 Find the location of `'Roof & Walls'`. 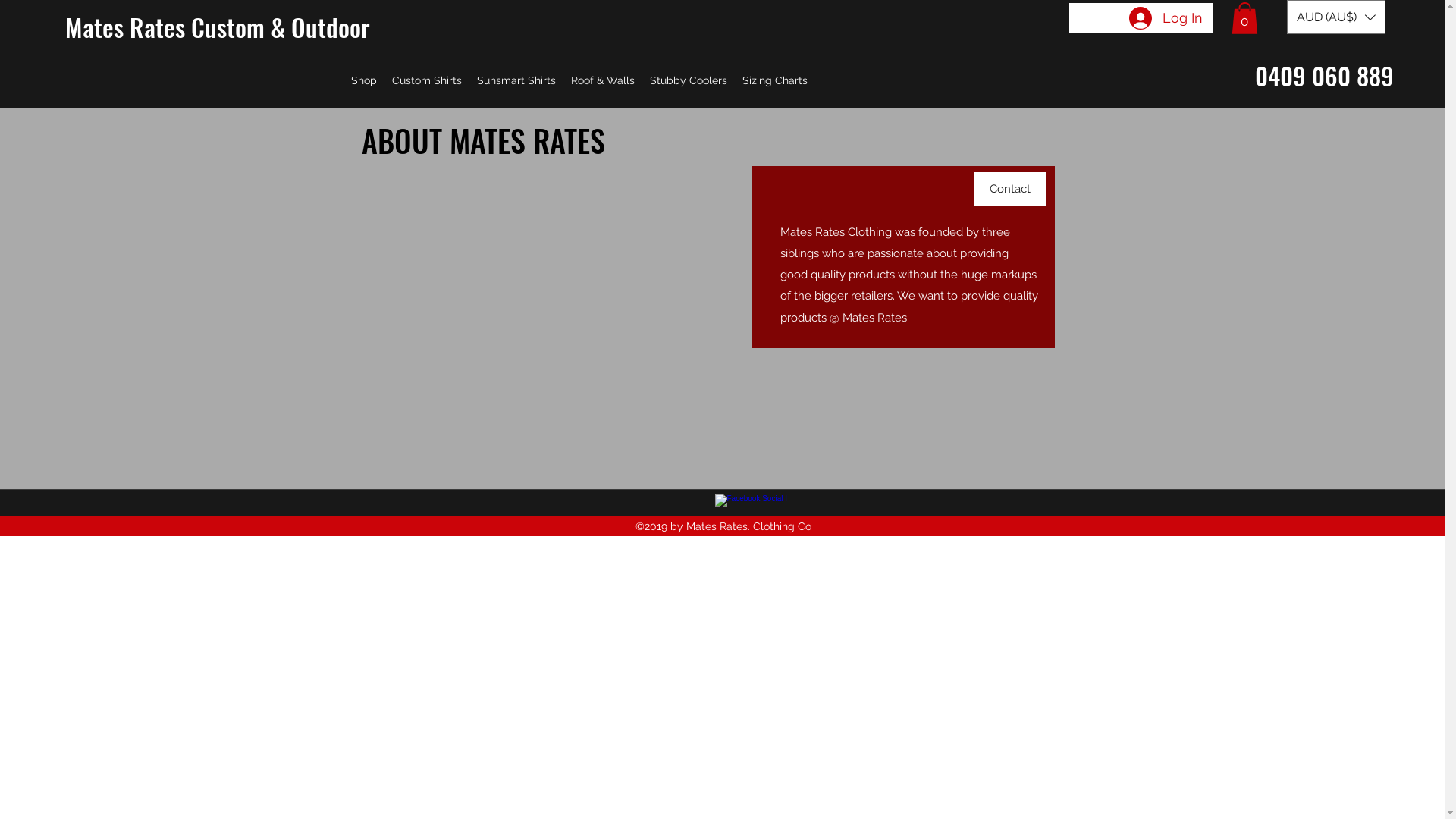

'Roof & Walls' is located at coordinates (602, 80).